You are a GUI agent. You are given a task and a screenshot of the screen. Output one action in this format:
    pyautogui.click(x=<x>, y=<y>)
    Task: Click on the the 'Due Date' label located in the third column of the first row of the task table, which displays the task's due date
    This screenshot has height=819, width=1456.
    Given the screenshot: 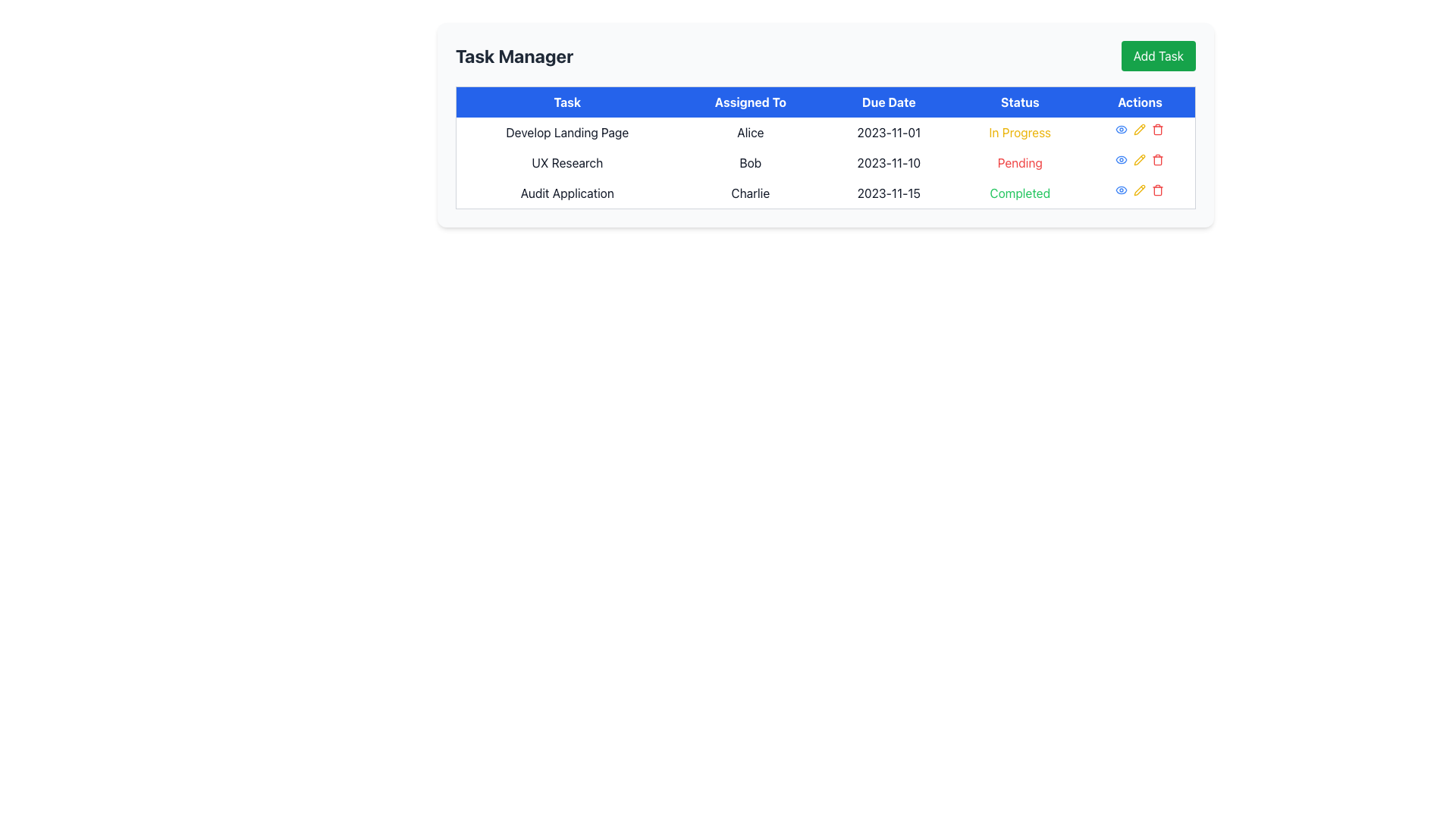 What is the action you would take?
    pyautogui.click(x=889, y=131)
    